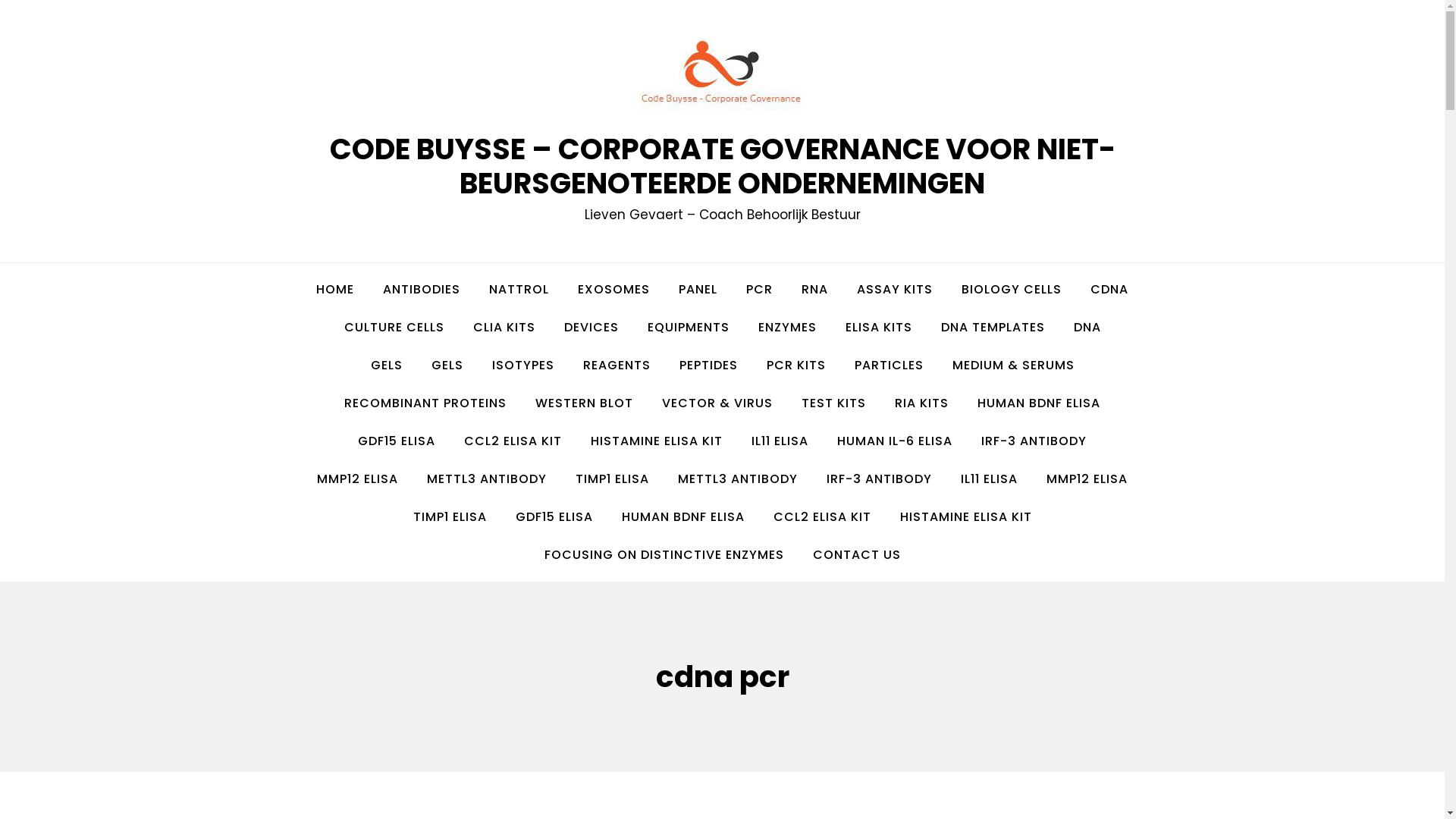 The image size is (1456, 819). What do you see at coordinates (948, 289) in the screenshot?
I see `'BIOLOGY CELLS'` at bounding box center [948, 289].